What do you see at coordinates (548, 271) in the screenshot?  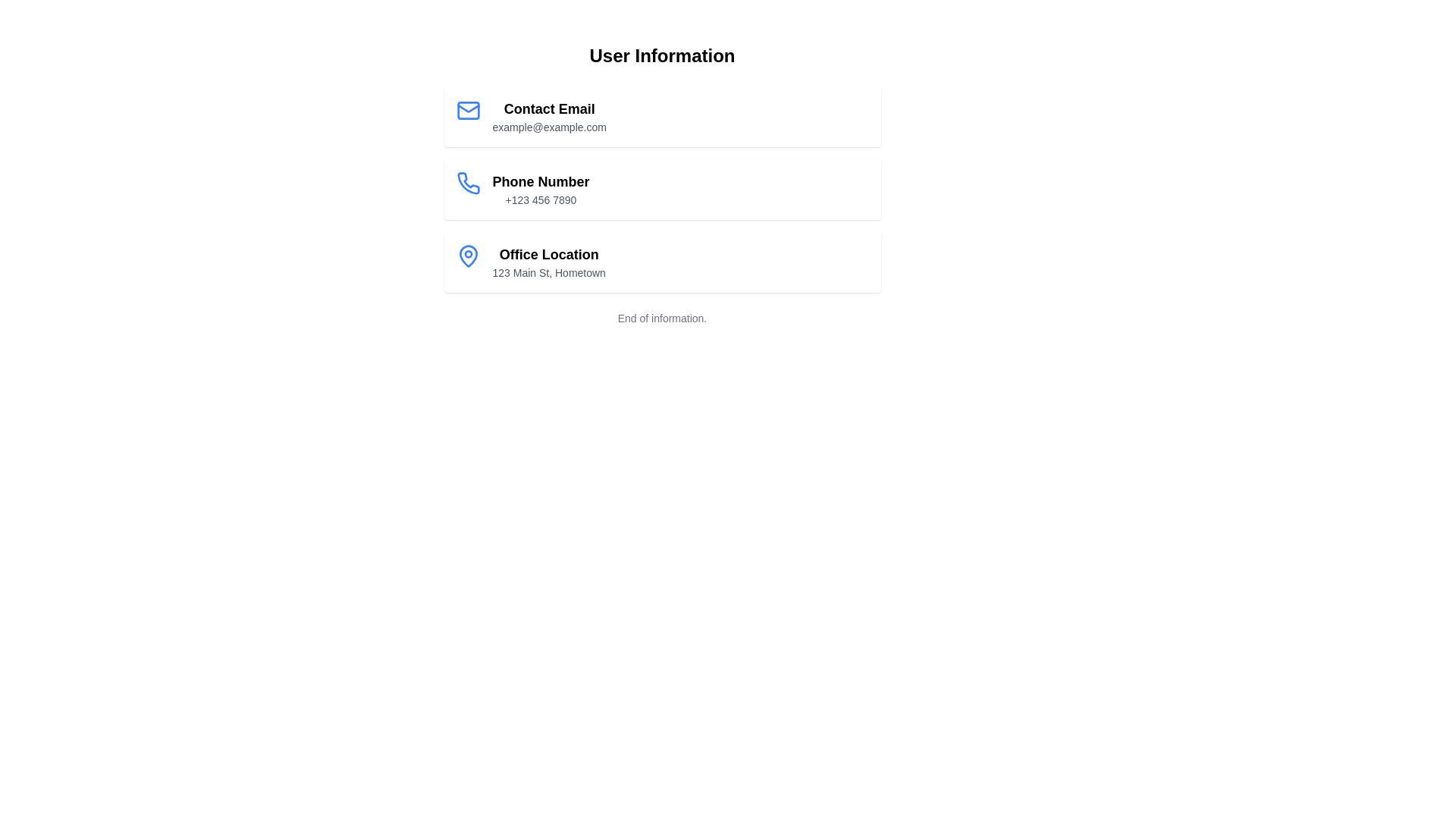 I see `static text displaying '123 Main St, Hometown', which is located beneath the header 'Office Location' in the 'User Information' section` at bounding box center [548, 271].